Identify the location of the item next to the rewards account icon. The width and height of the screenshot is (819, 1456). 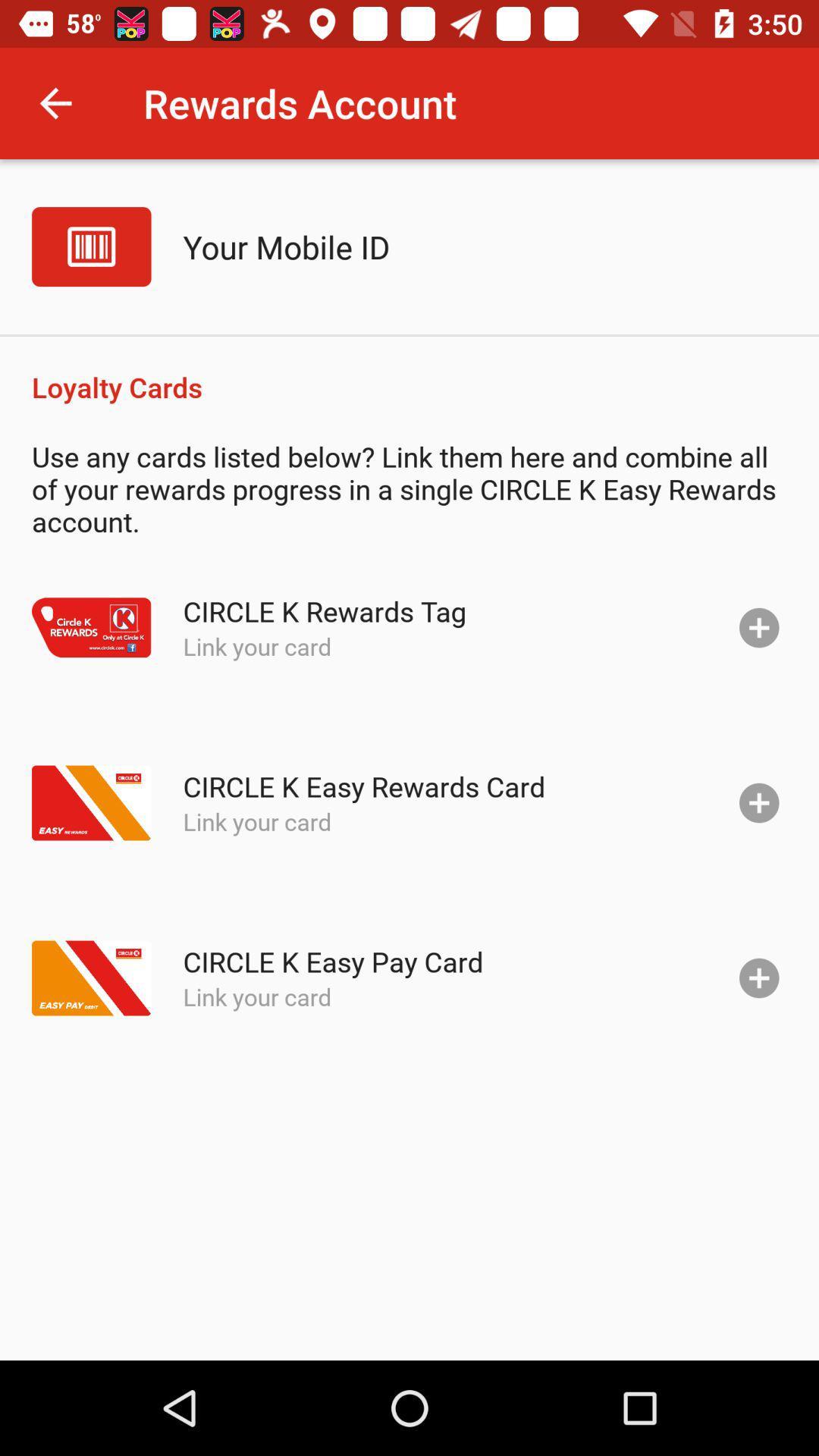
(55, 102).